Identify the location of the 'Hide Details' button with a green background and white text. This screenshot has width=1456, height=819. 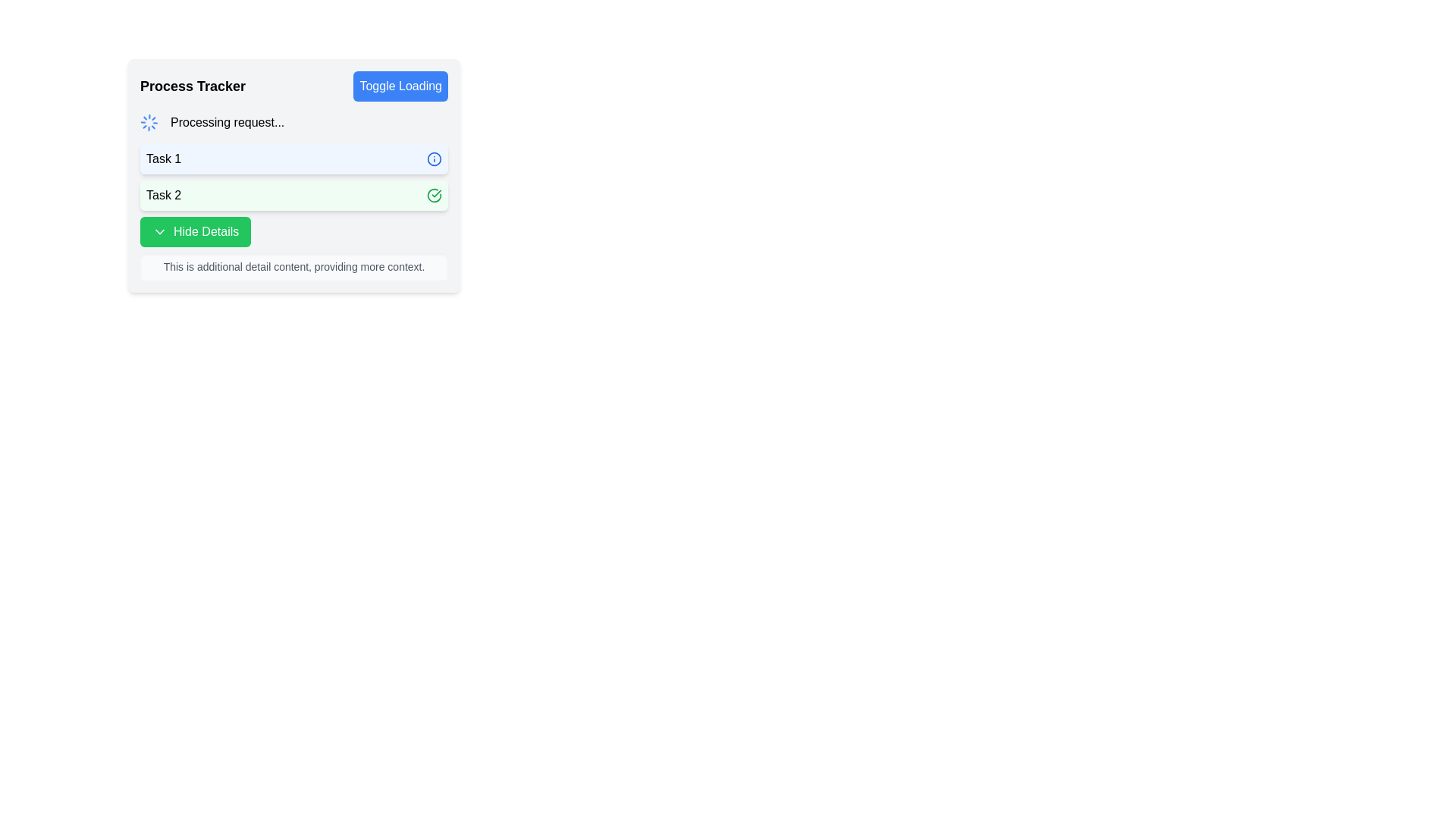
(195, 231).